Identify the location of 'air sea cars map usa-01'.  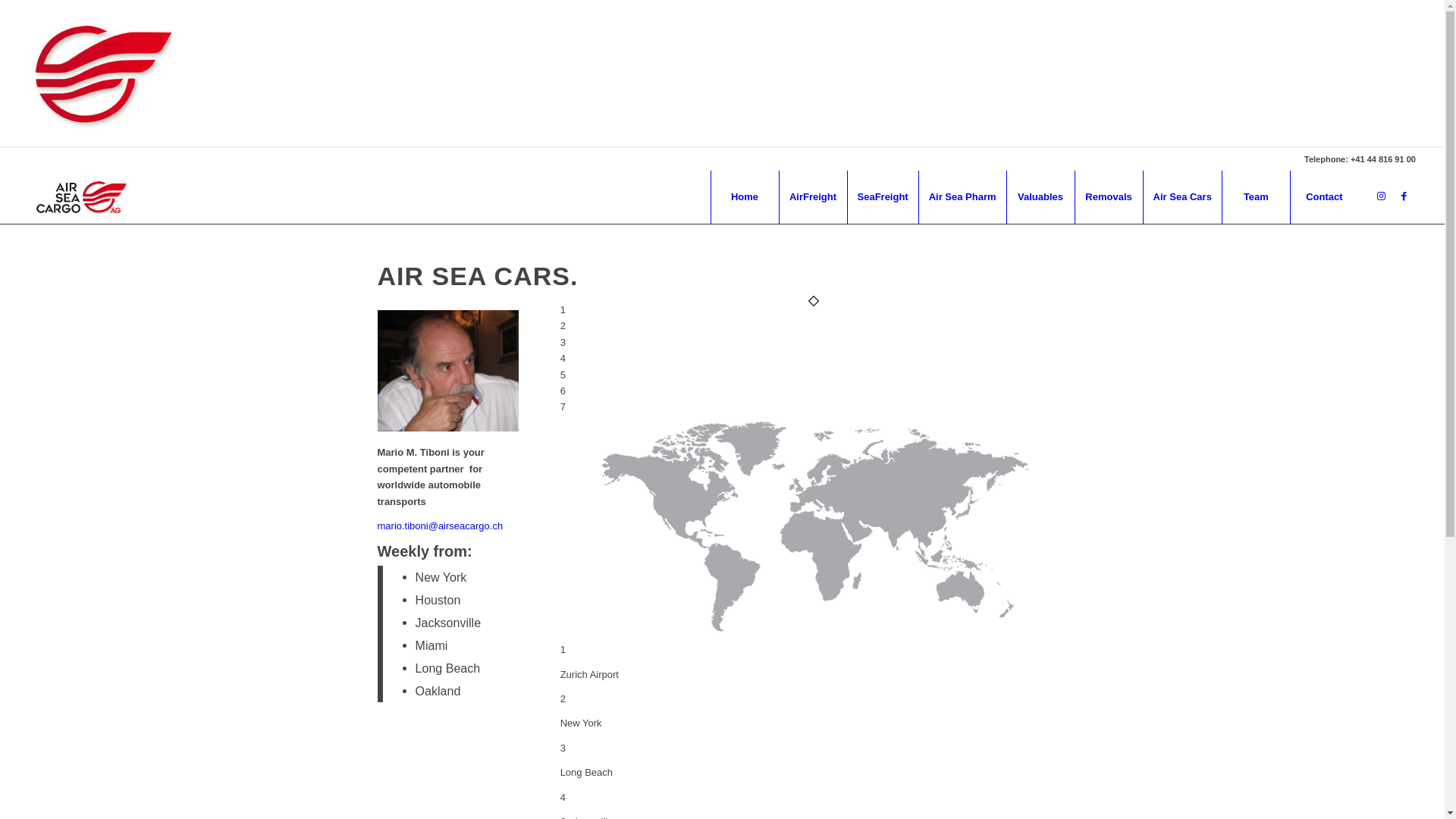
(813, 526).